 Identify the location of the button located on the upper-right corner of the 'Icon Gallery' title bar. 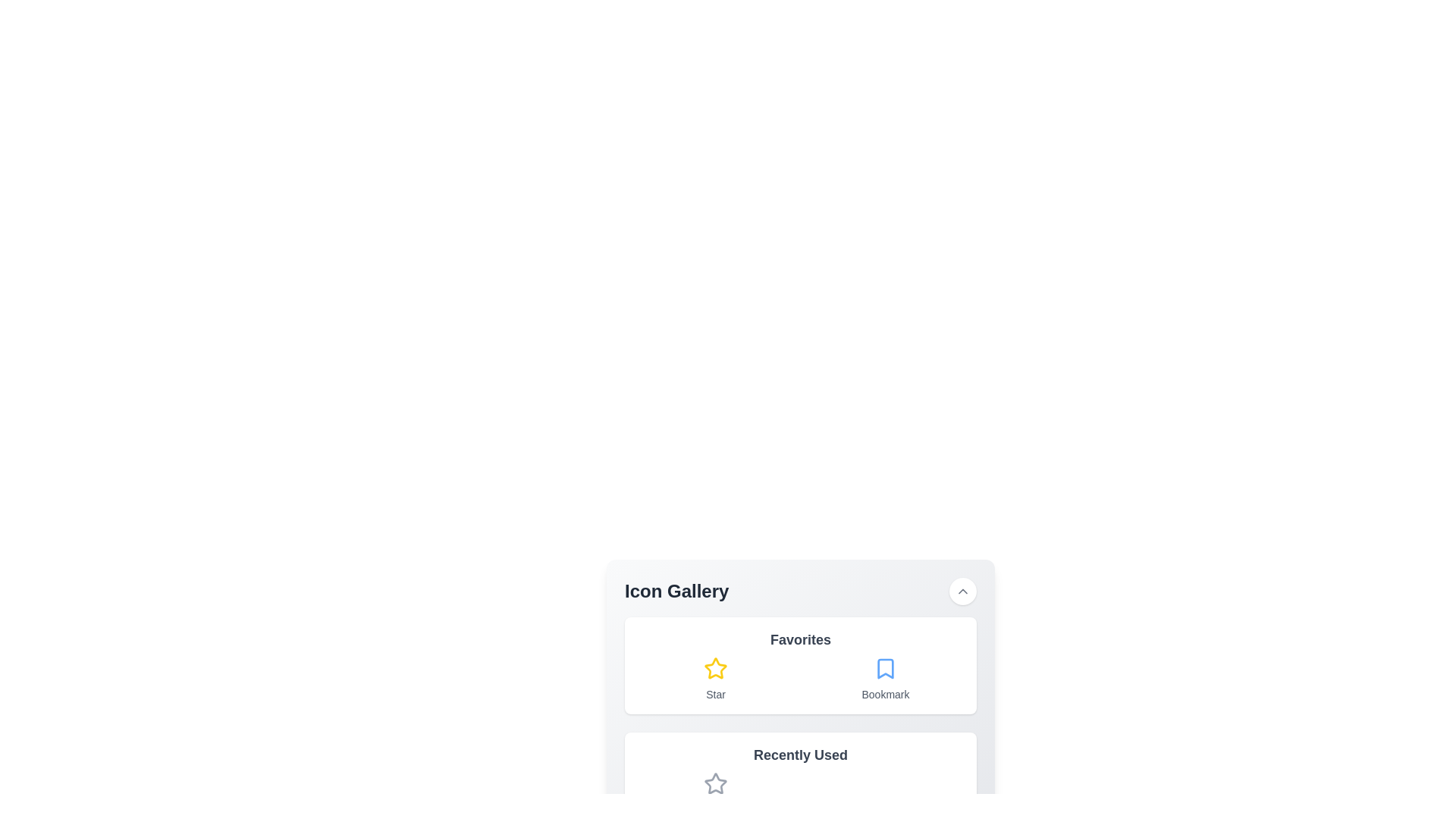
(962, 590).